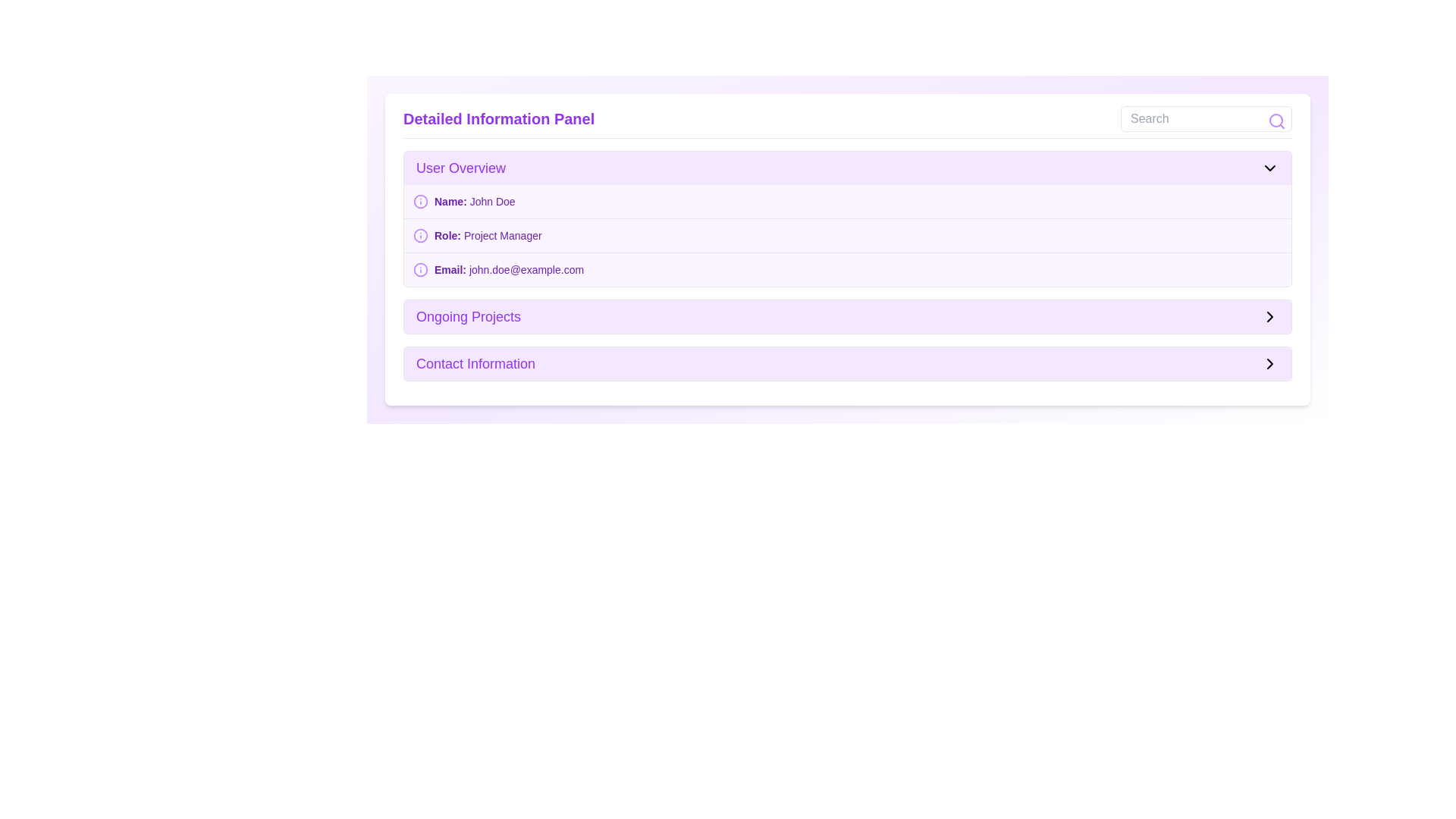 The width and height of the screenshot is (1456, 819). What do you see at coordinates (1270, 315) in the screenshot?
I see `the chevron right SVG icon next to the 'Ongoing Projects' section` at bounding box center [1270, 315].